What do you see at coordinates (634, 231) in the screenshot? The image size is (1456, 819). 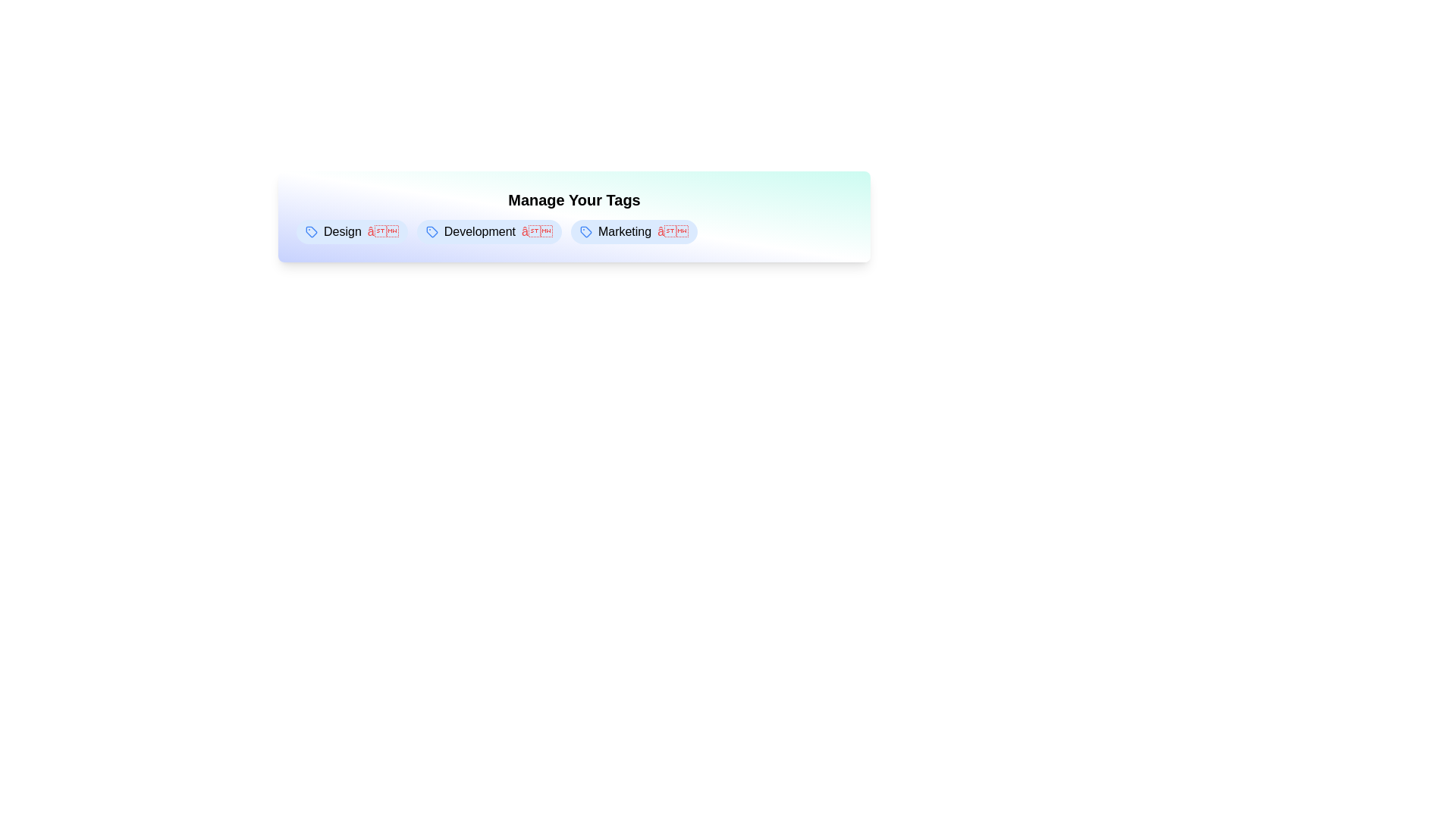 I see `the tag element labeled 'Marketing' to observe hover effects` at bounding box center [634, 231].